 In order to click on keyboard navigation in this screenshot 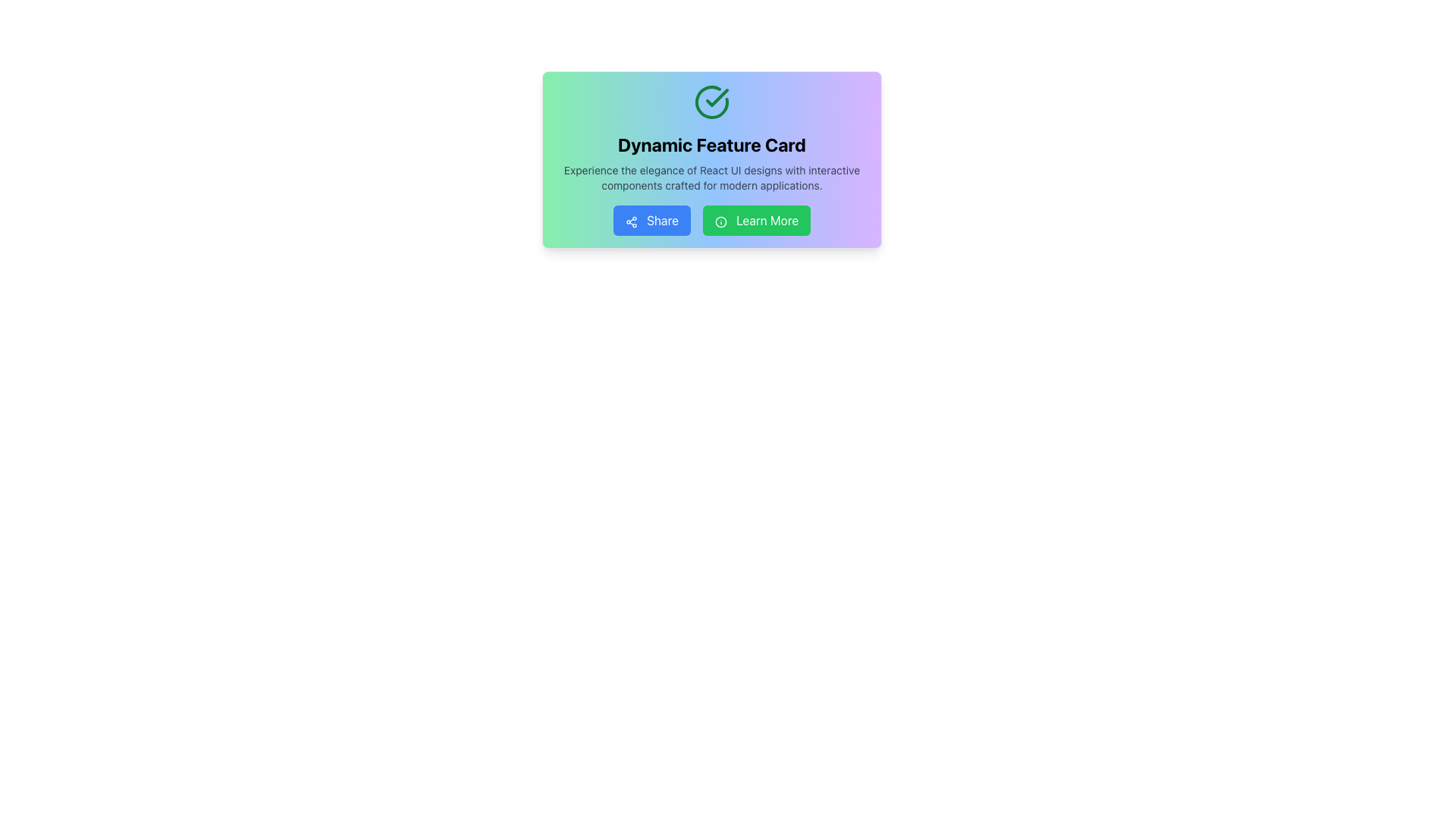, I will do `click(711, 220)`.